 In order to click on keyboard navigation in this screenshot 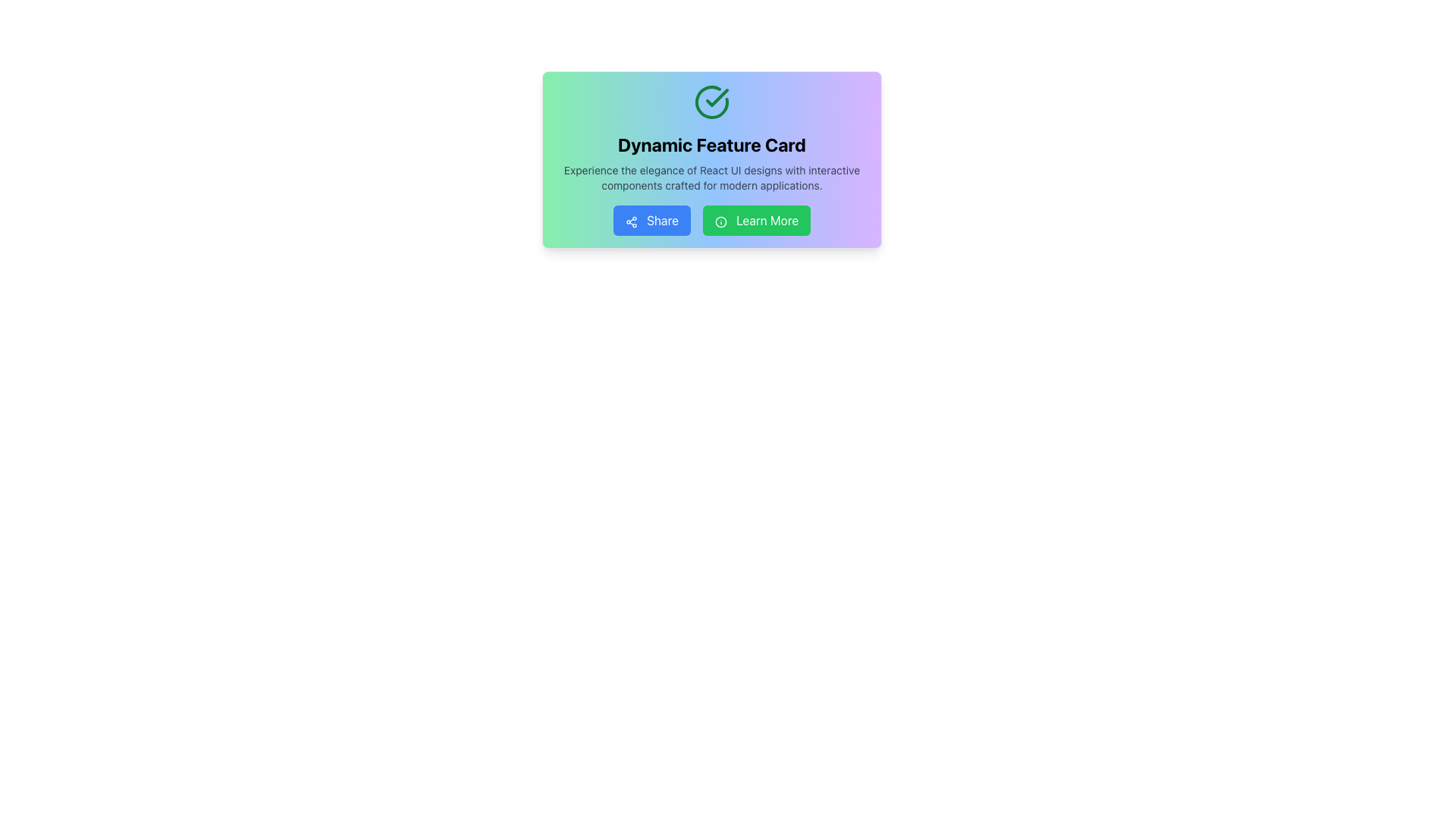, I will do `click(711, 220)`.